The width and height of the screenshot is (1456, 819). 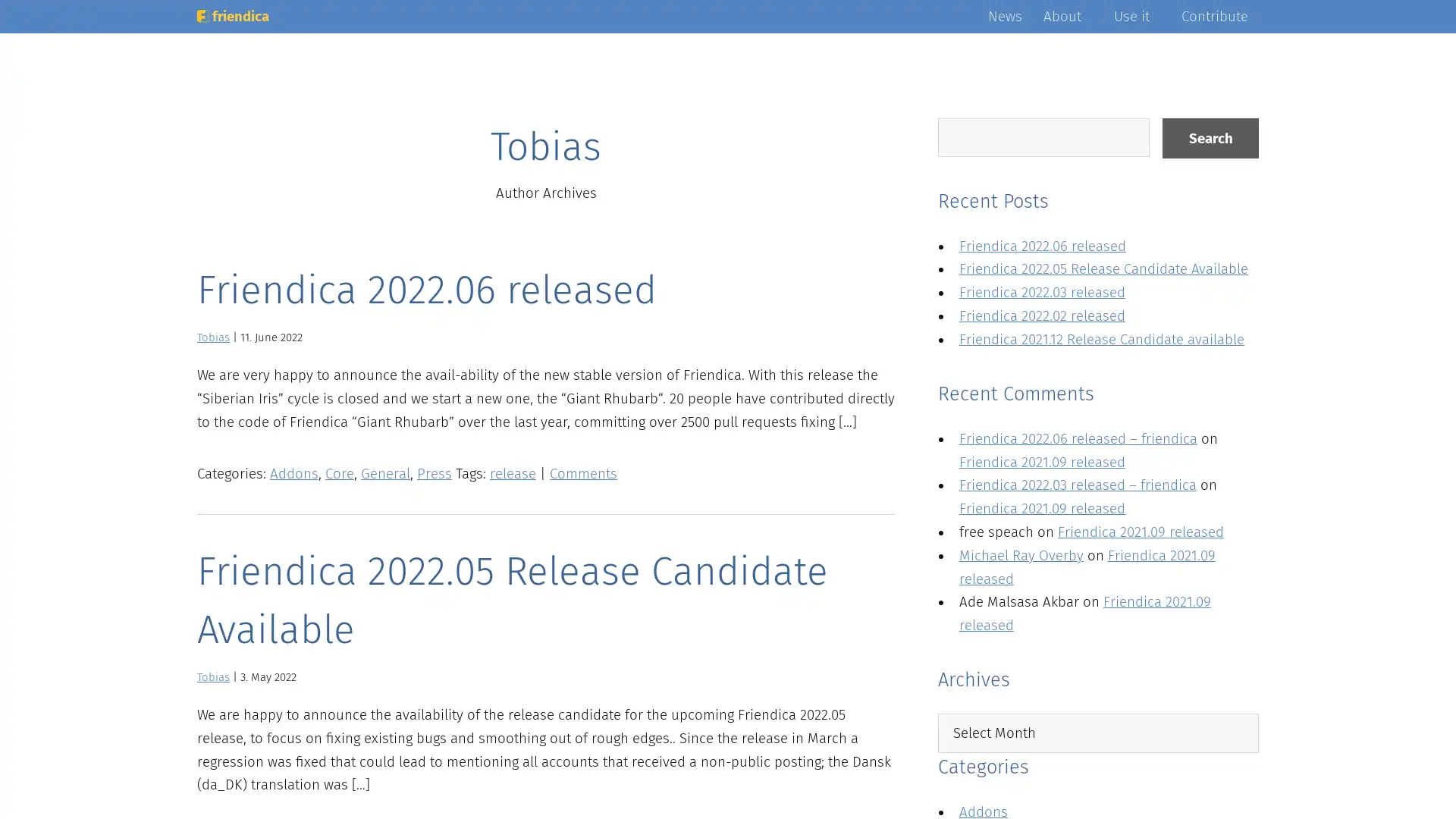 What do you see at coordinates (1210, 138) in the screenshot?
I see `Search` at bounding box center [1210, 138].